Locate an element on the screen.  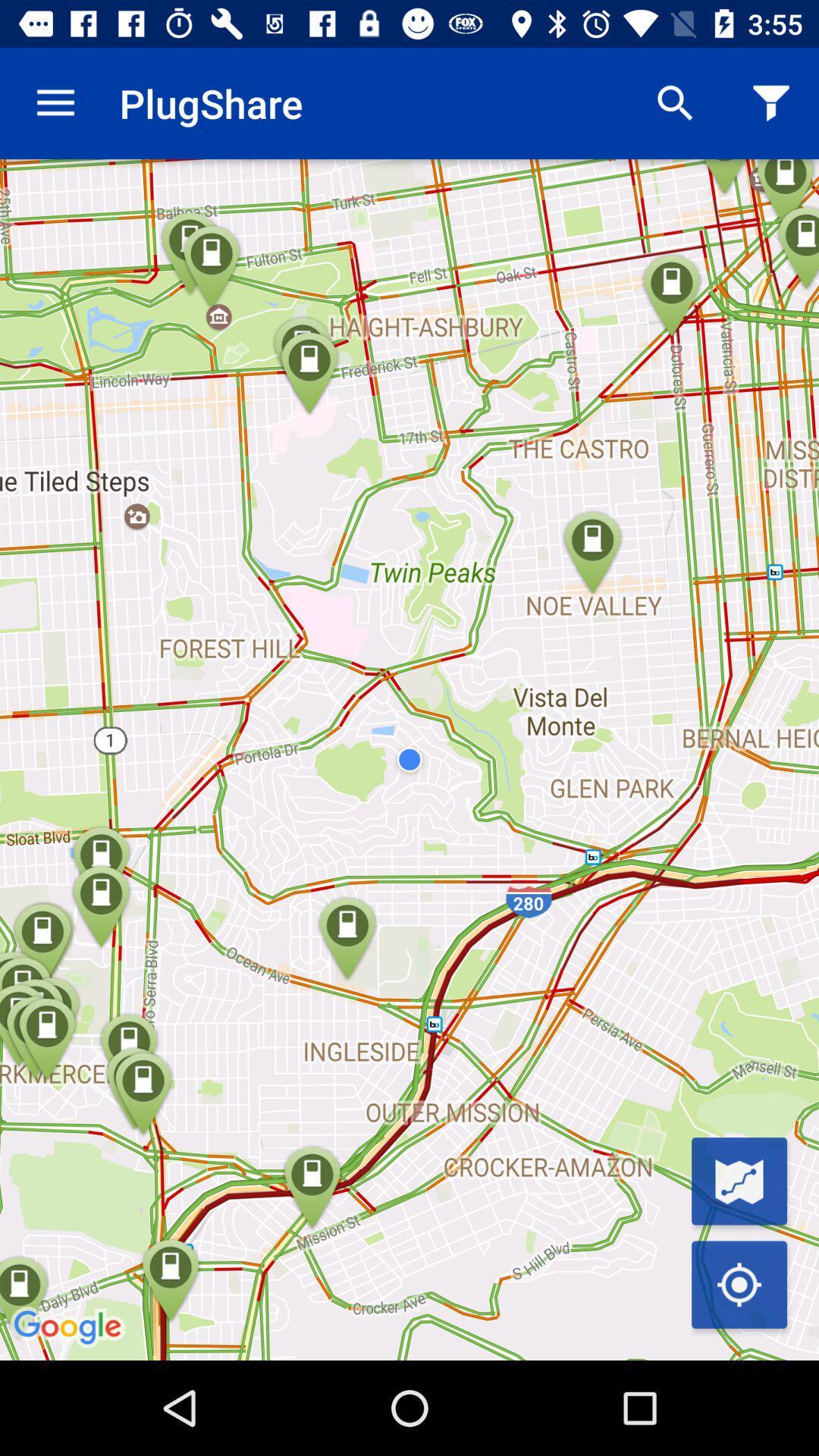
waypoint is located at coordinates (739, 1180).